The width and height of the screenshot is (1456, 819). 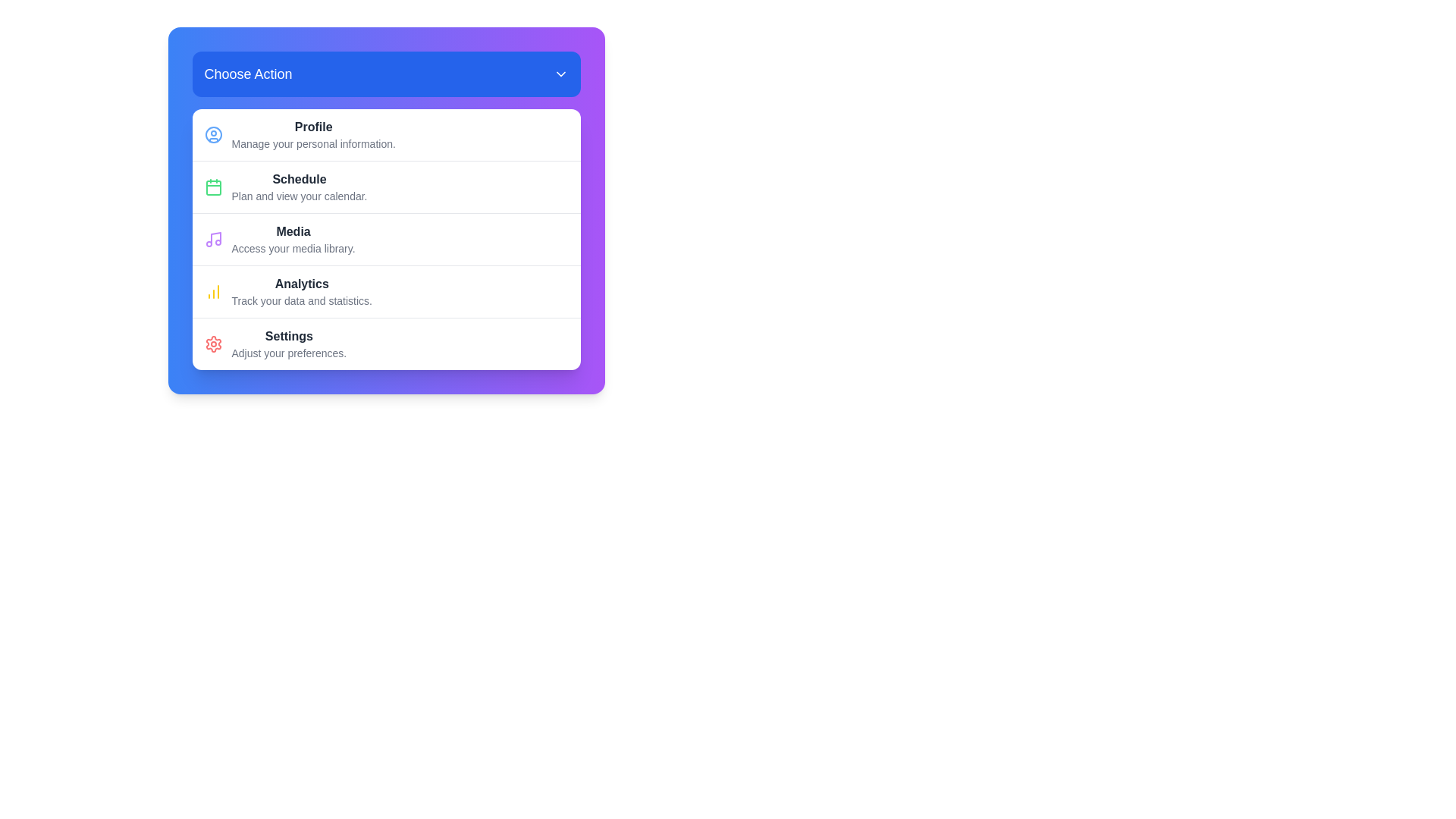 I want to click on the 'Analytics' menu item, which is the fourth item in the vertical list of options inside the 'Choose Action' box, so click(x=386, y=291).